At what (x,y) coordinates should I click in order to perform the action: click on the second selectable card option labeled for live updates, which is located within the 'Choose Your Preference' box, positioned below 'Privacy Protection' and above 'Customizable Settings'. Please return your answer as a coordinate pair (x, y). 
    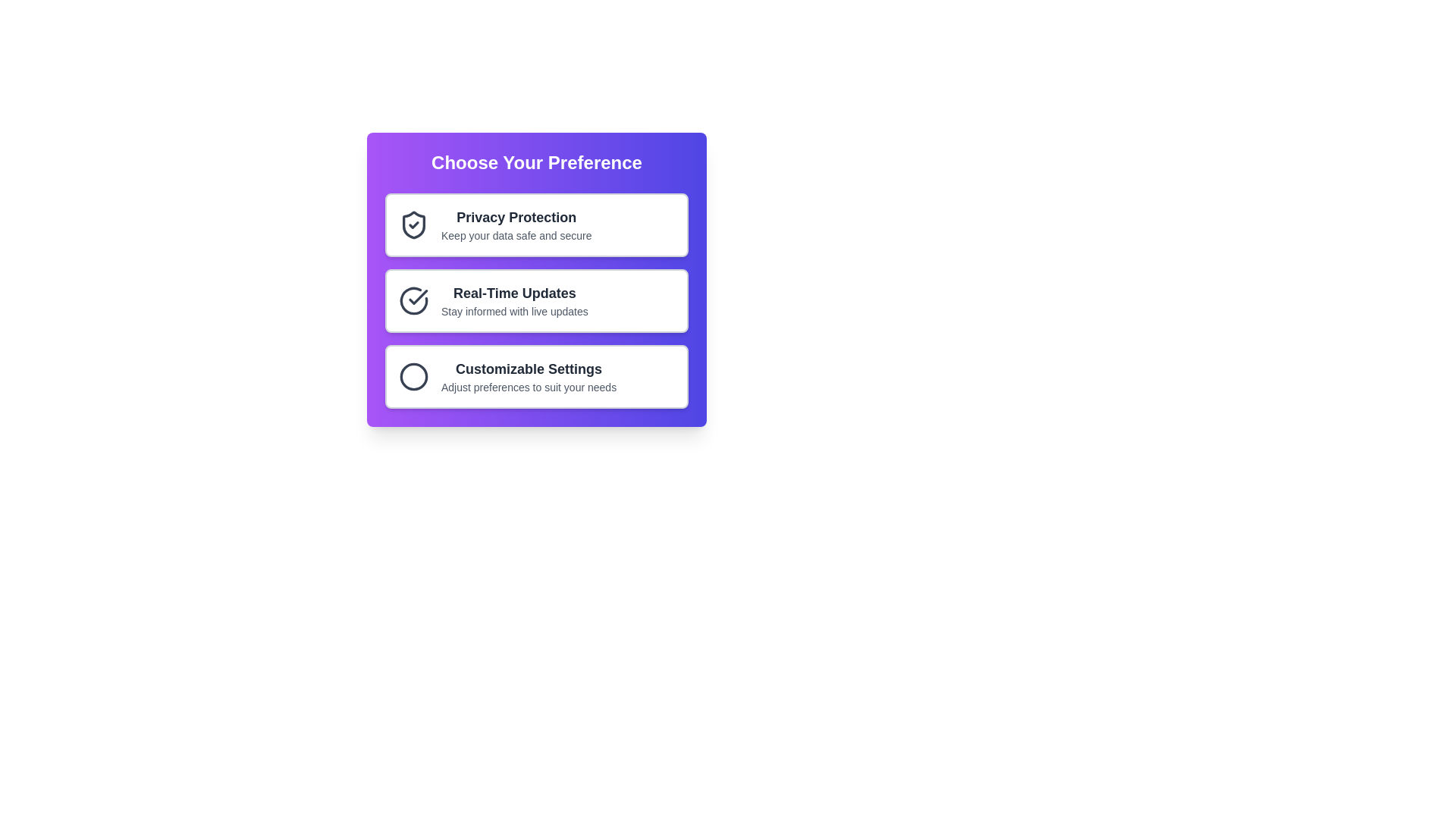
    Looking at the image, I should click on (537, 301).